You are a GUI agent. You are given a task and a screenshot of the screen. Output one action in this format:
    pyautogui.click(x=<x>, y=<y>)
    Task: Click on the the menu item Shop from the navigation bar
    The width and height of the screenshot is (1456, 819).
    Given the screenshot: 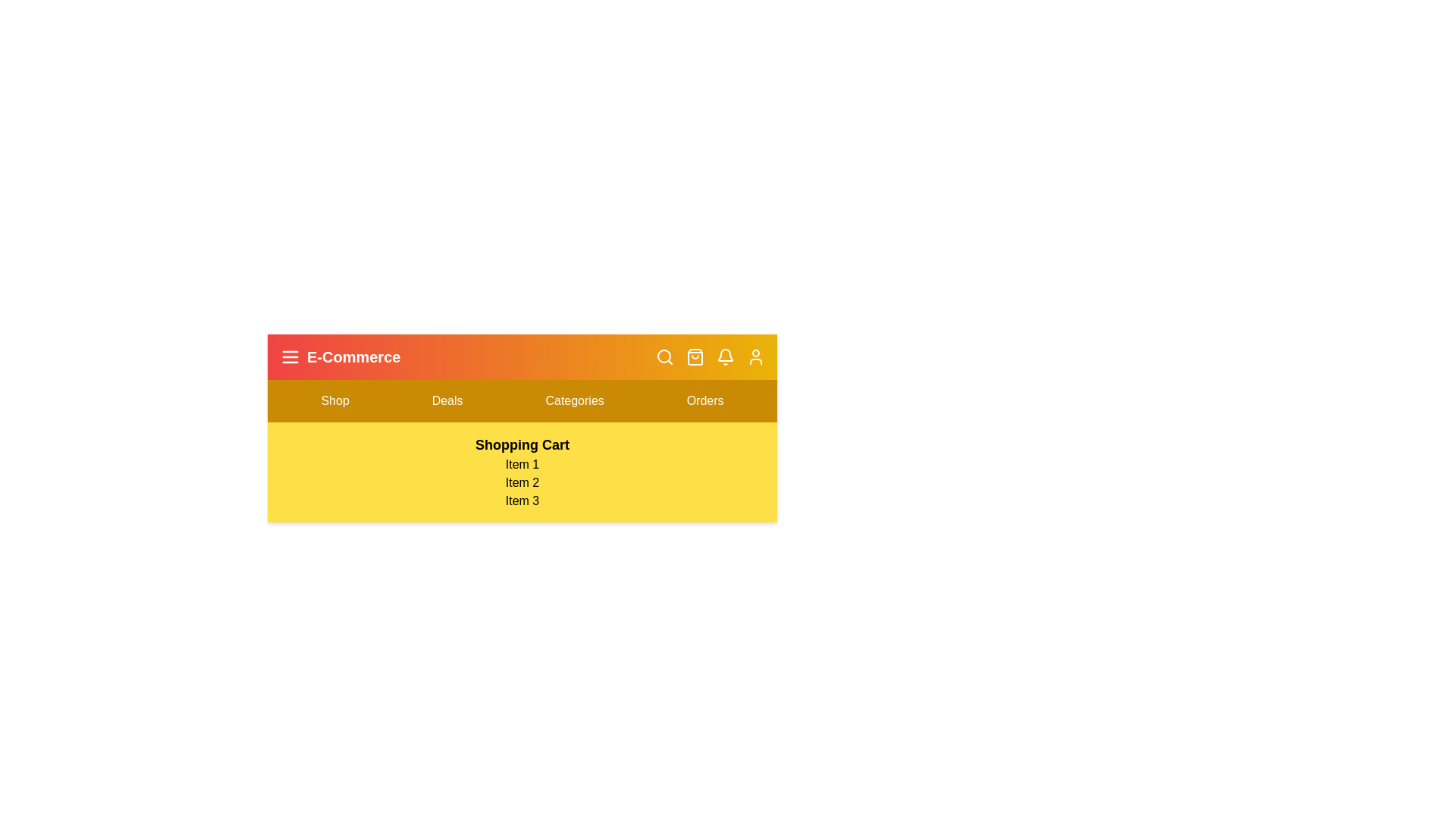 What is the action you would take?
    pyautogui.click(x=334, y=400)
    